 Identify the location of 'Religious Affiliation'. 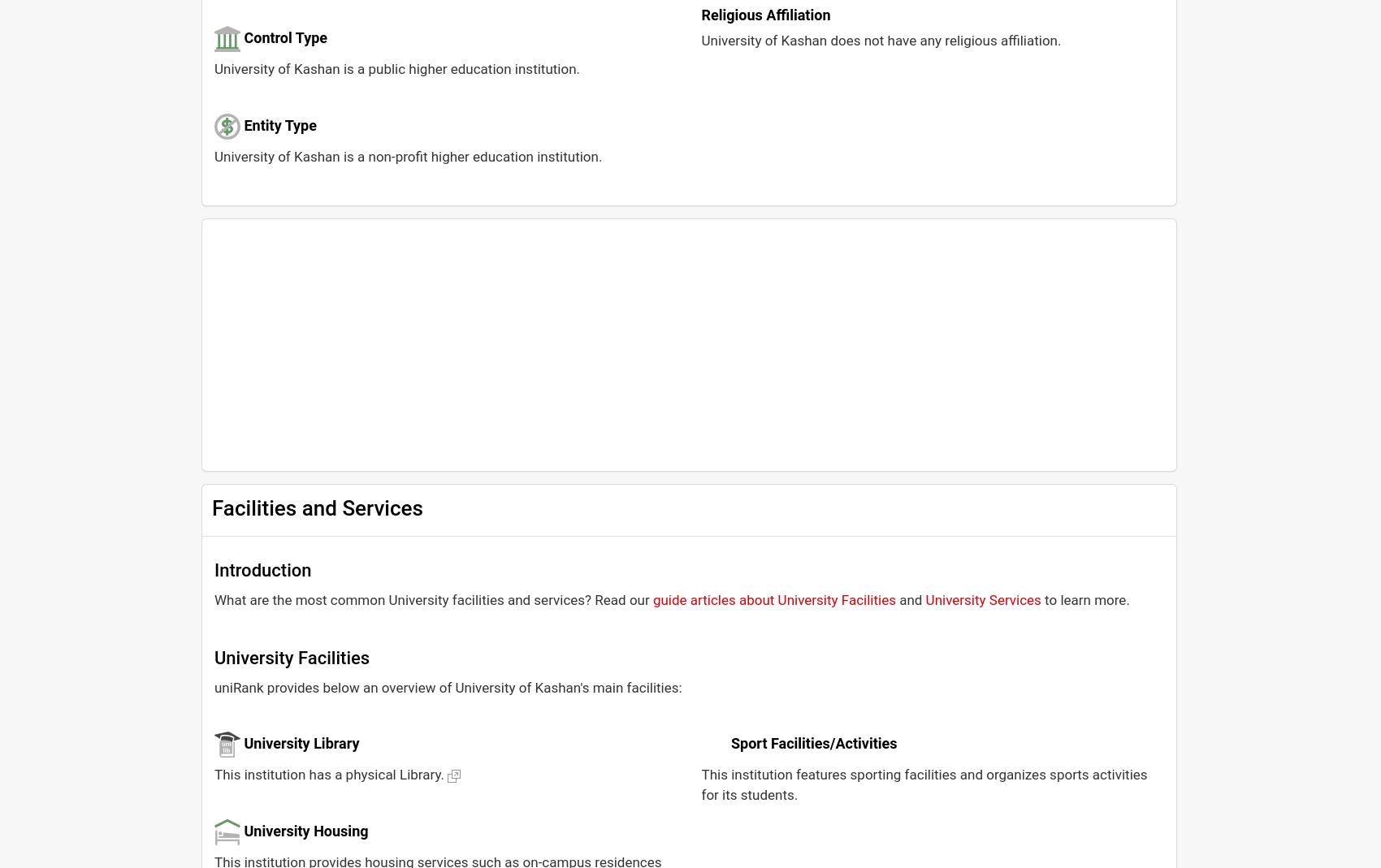
(765, 13).